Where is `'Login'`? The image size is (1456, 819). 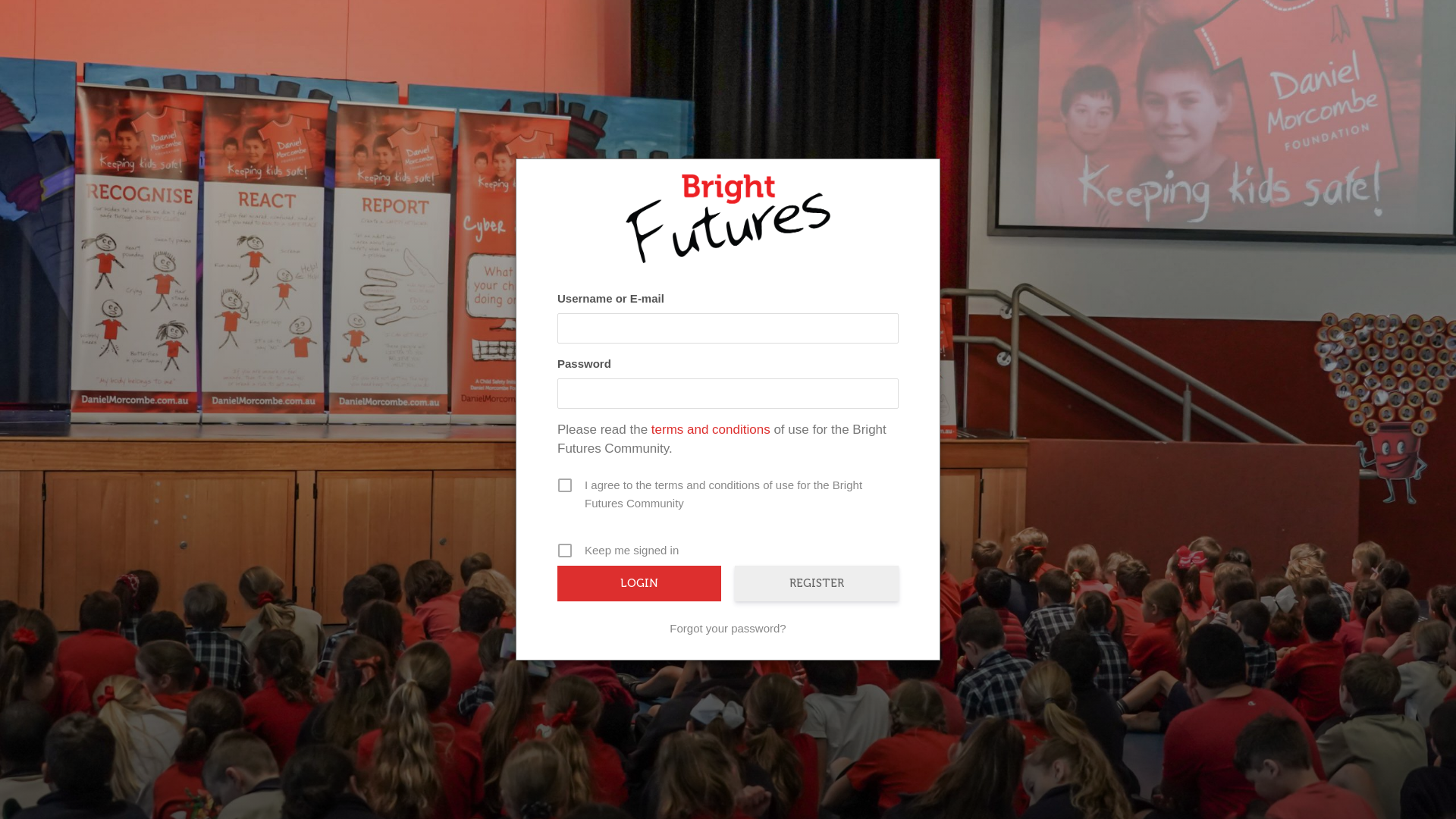
'Login' is located at coordinates (639, 582).